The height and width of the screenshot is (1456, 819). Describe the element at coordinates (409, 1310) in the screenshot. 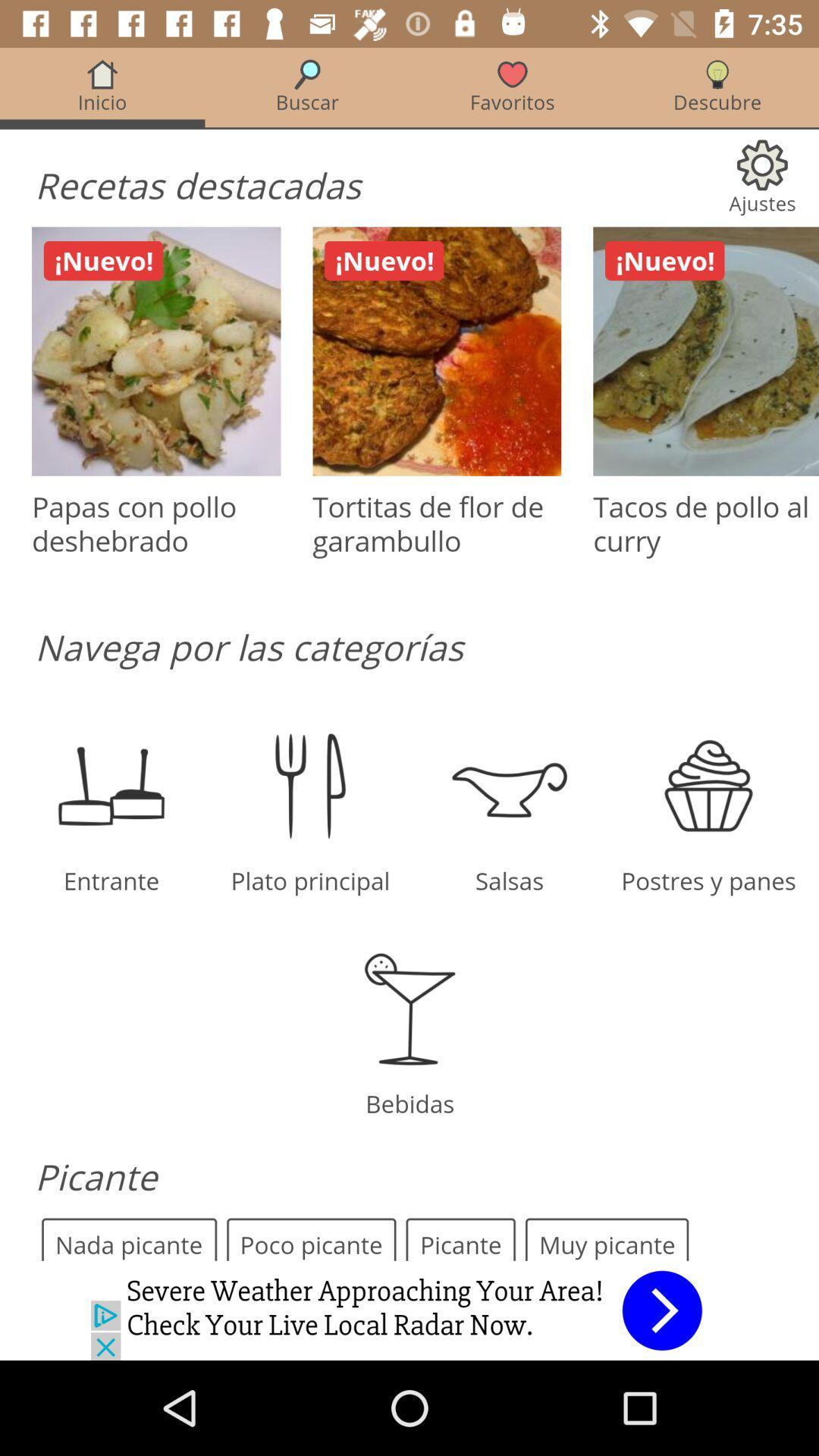

I see `advertisement` at that location.